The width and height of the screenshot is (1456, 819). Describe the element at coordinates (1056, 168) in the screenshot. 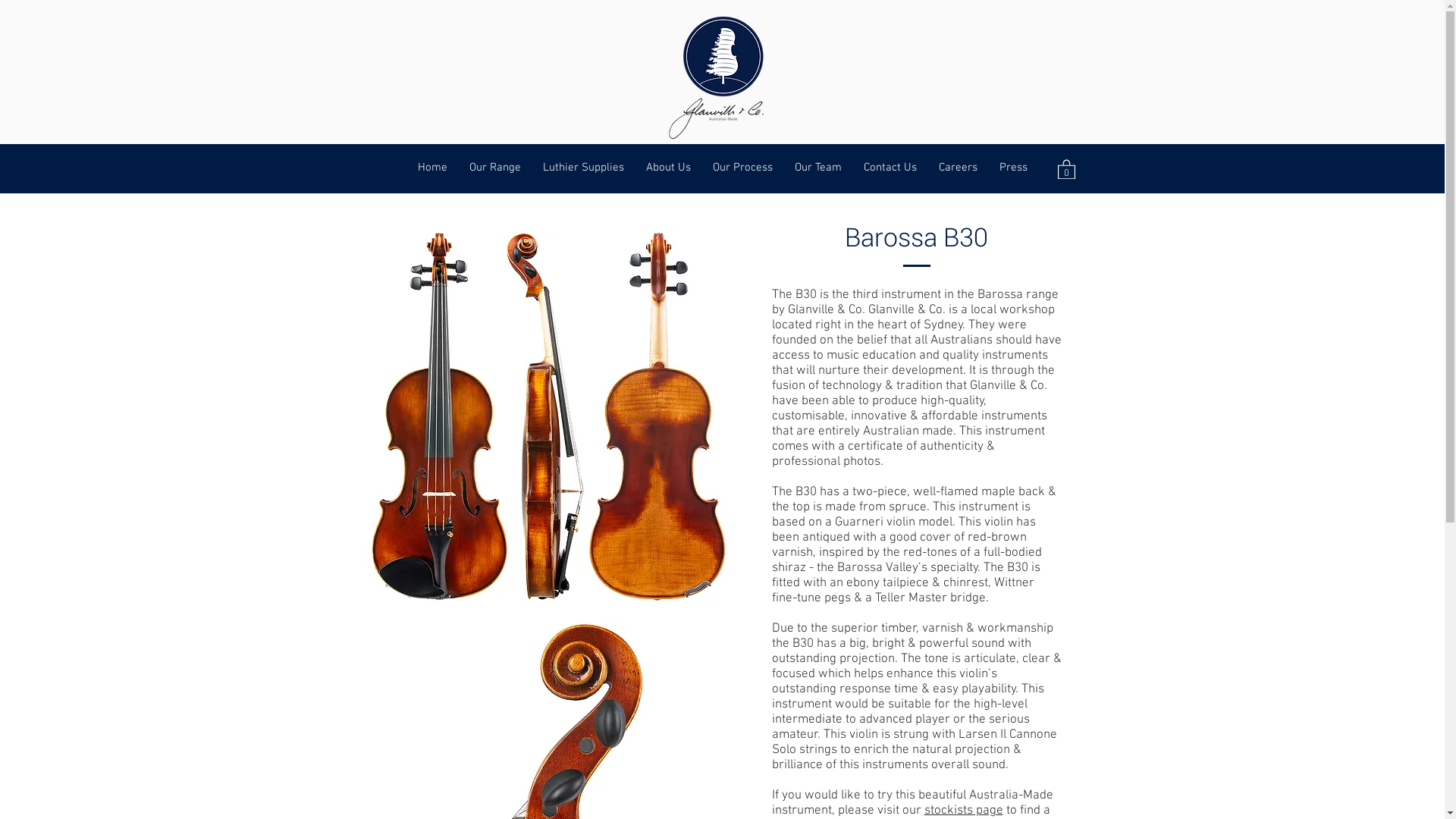

I see `'0'` at that location.